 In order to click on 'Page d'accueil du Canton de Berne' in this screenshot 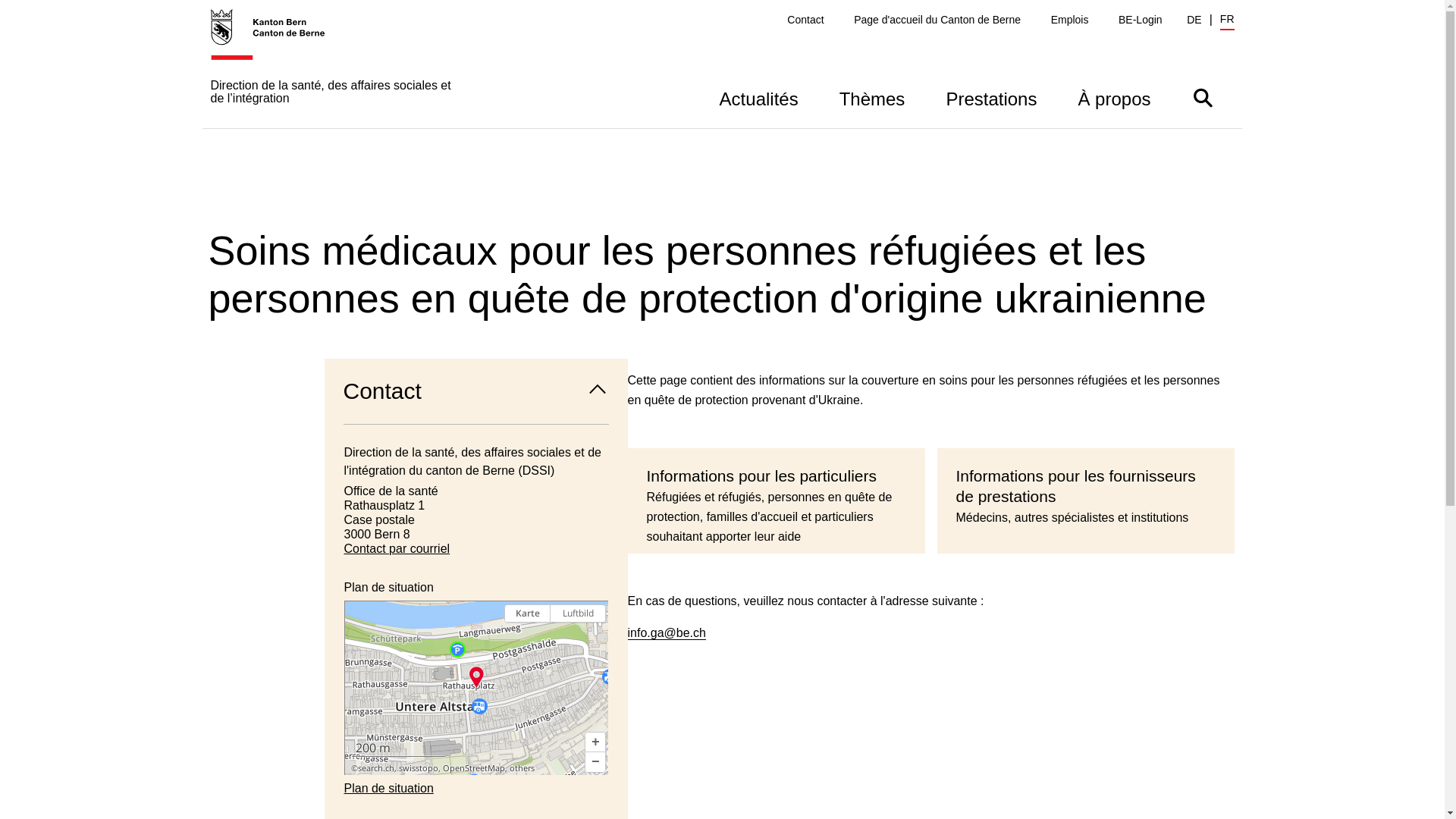, I will do `click(937, 20)`.